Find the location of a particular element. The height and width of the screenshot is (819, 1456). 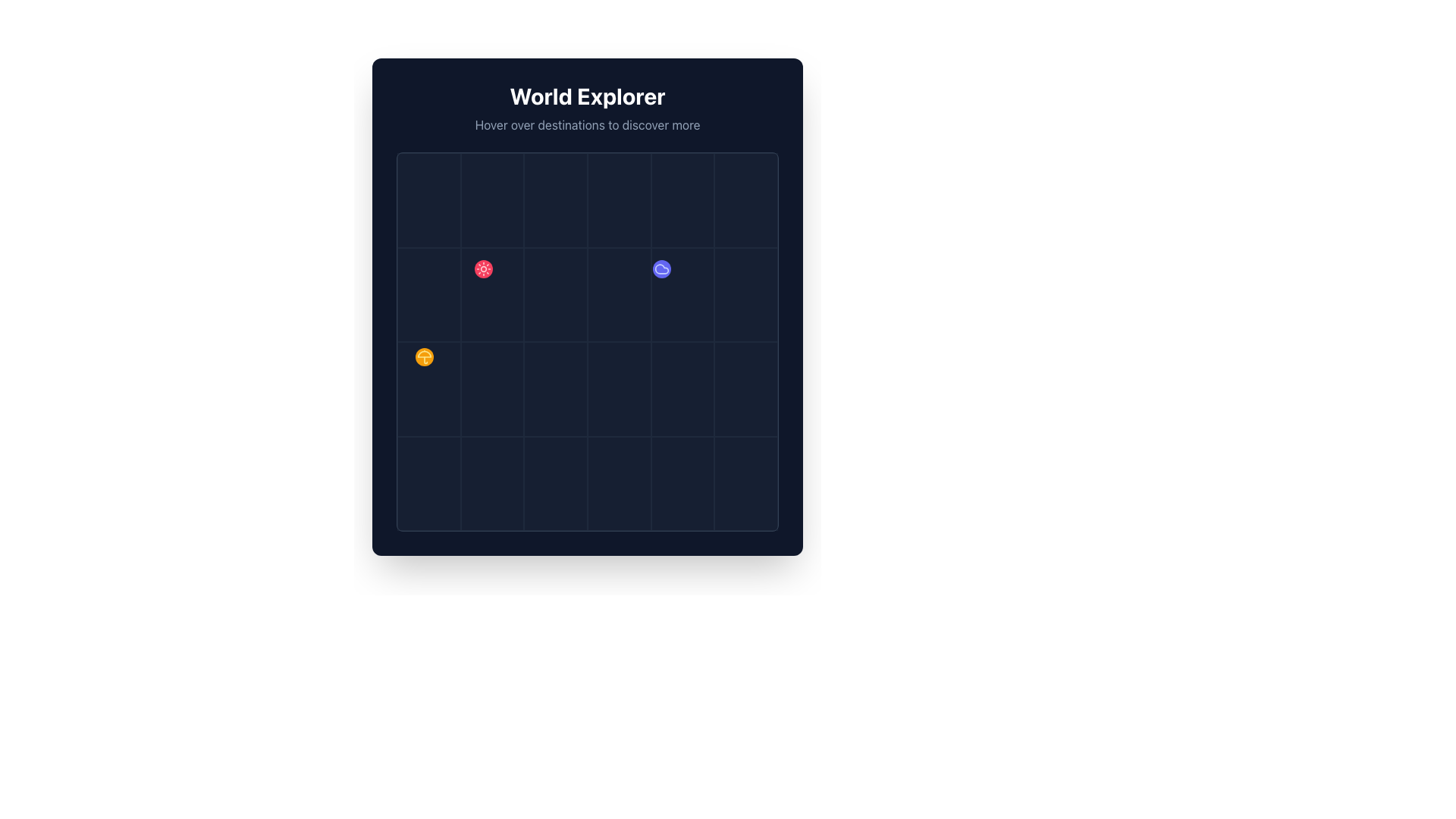

the grid cell located in the bottom-right corner of a 4x6 grid layout, which is the last cell in the last row is located at coordinates (746, 483).